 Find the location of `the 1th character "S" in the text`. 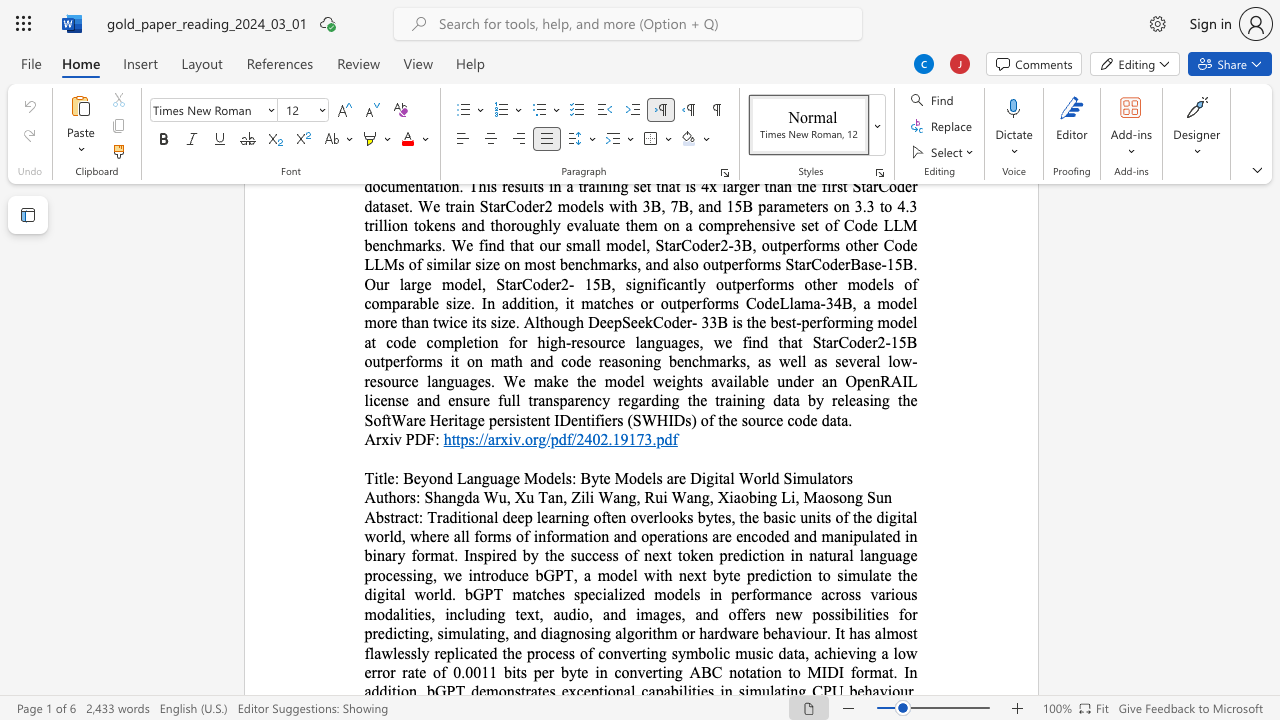

the 1th character "S" in the text is located at coordinates (427, 496).